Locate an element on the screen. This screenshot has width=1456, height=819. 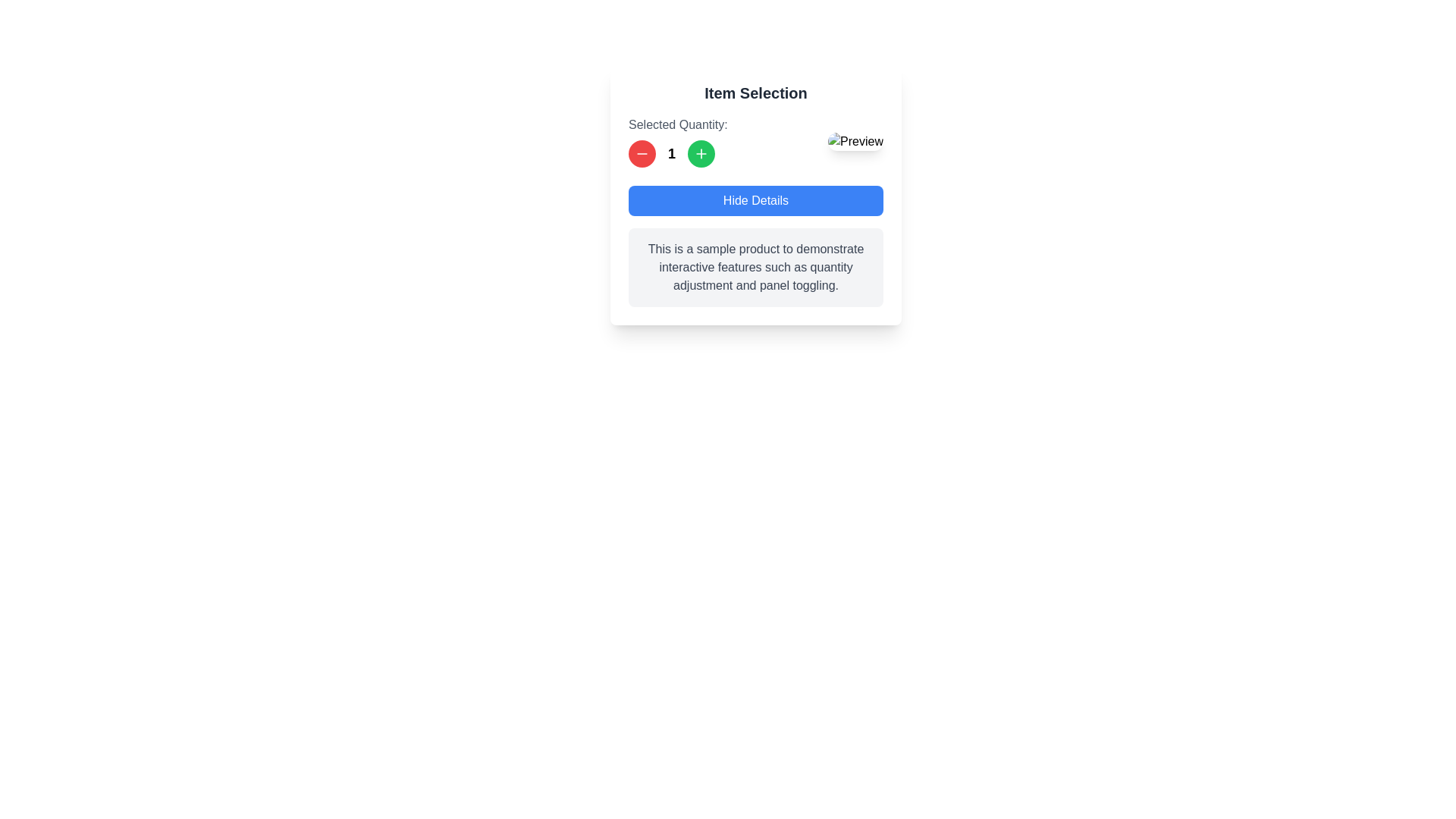
the green circular button with a plus symbol (+) to increase the quantity is located at coordinates (701, 154).